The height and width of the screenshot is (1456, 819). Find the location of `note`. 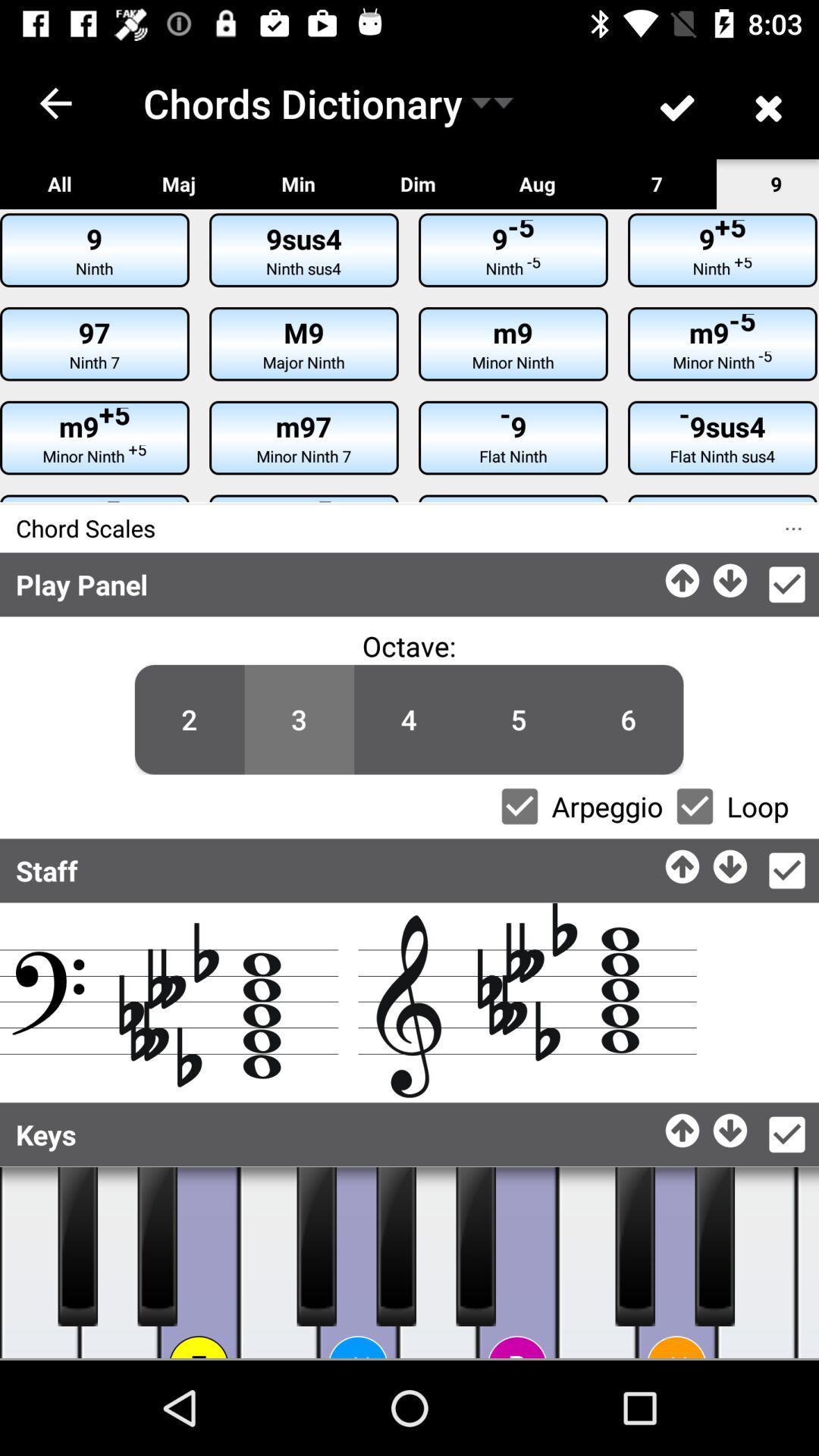

note is located at coordinates (278, 1263).